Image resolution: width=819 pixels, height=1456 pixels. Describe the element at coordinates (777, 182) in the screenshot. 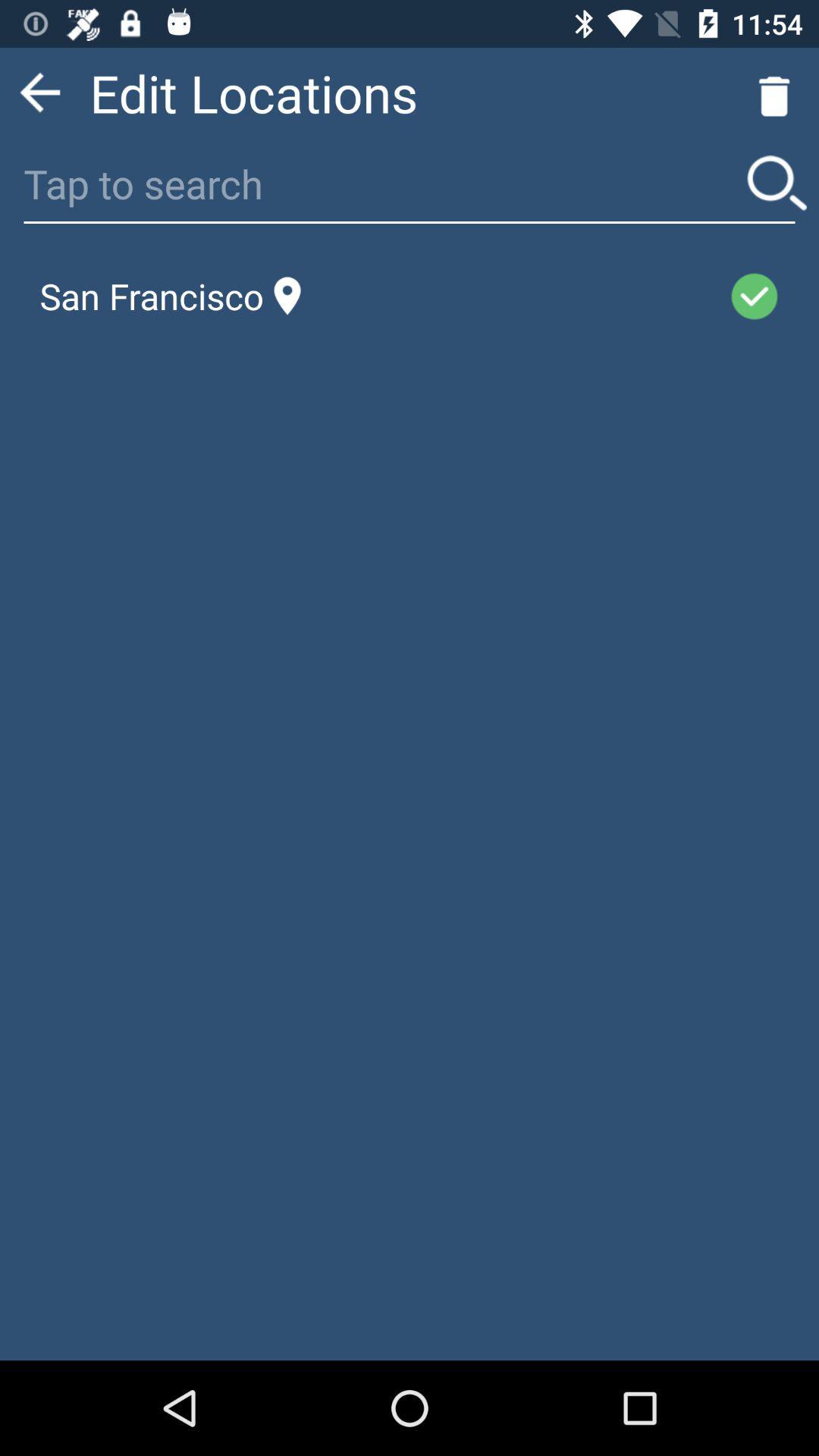

I see `the search icon` at that location.